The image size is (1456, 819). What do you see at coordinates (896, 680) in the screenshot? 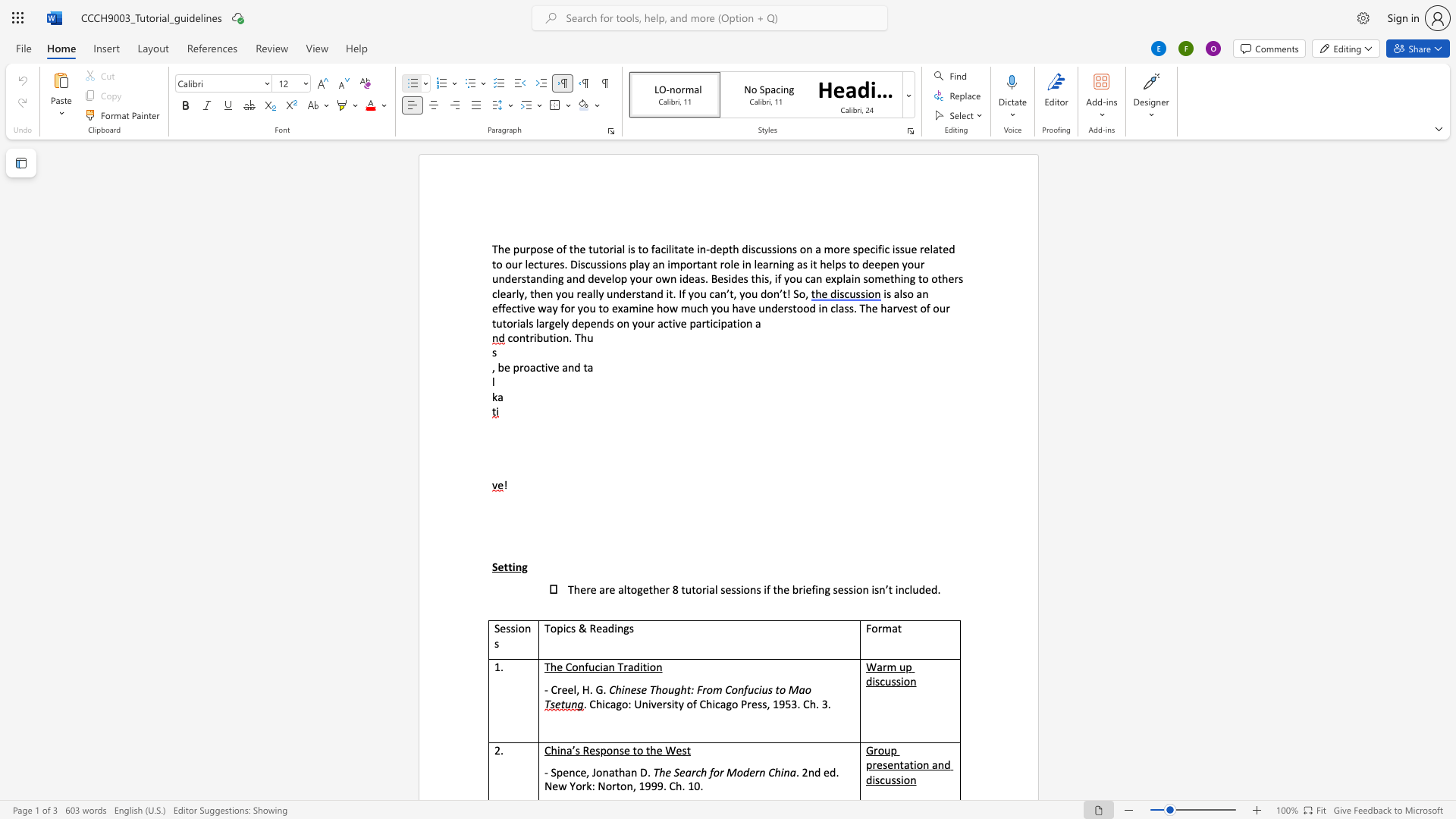
I see `the space between the continuous character "s" and "s" in the text` at bounding box center [896, 680].